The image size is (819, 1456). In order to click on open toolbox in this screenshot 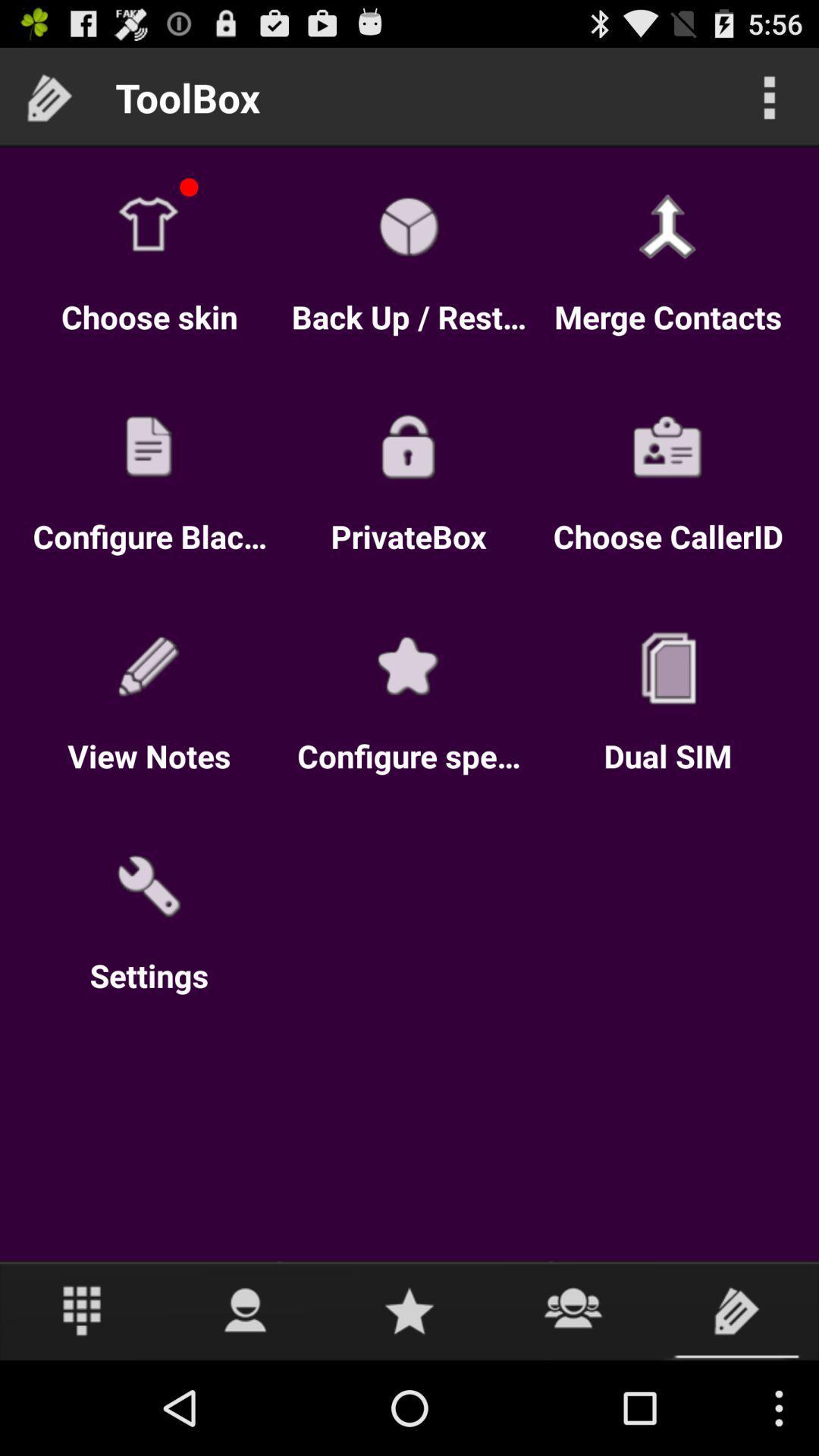, I will do `click(736, 1310)`.